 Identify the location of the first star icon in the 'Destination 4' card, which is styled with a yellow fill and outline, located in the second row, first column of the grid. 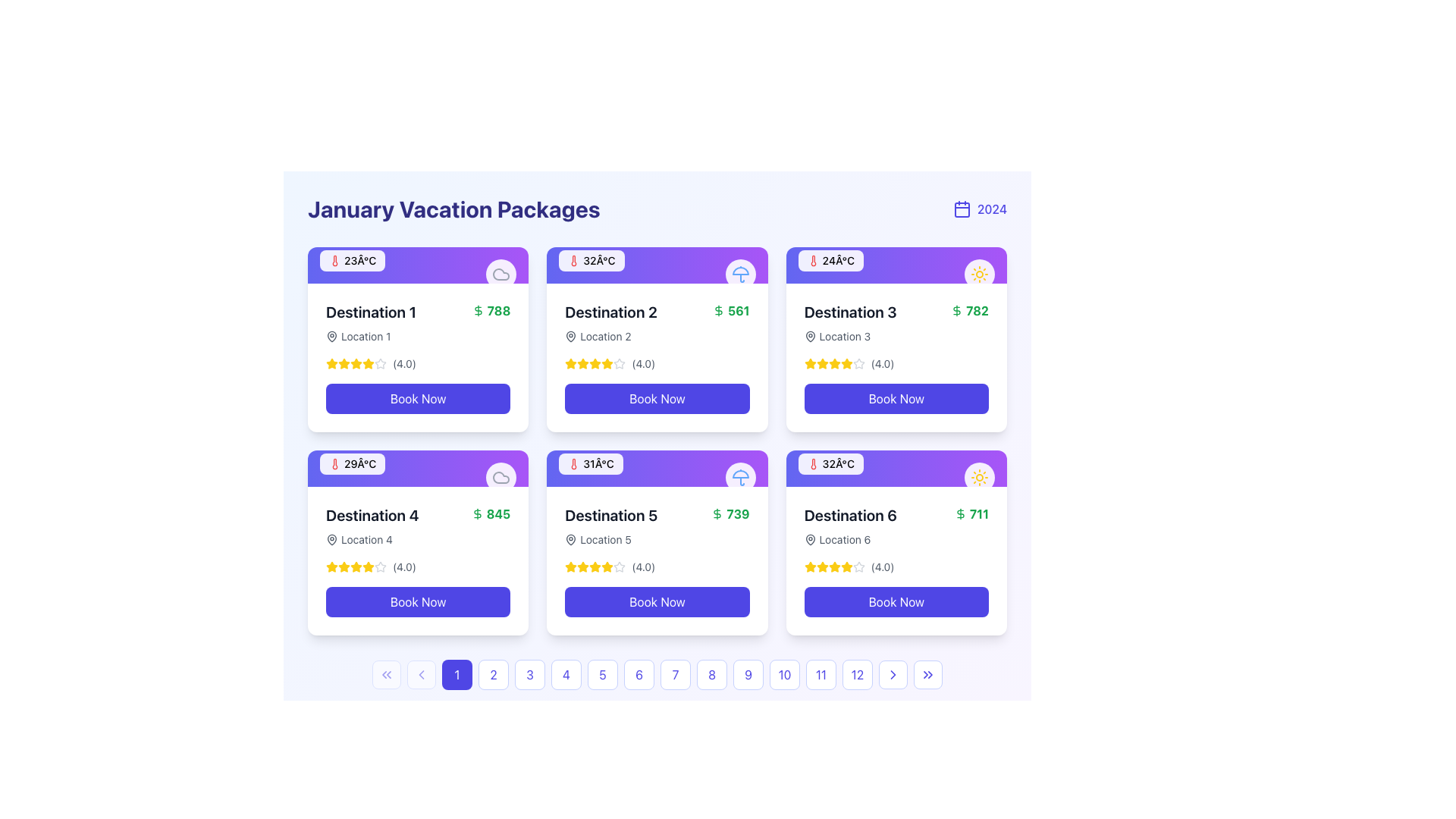
(331, 567).